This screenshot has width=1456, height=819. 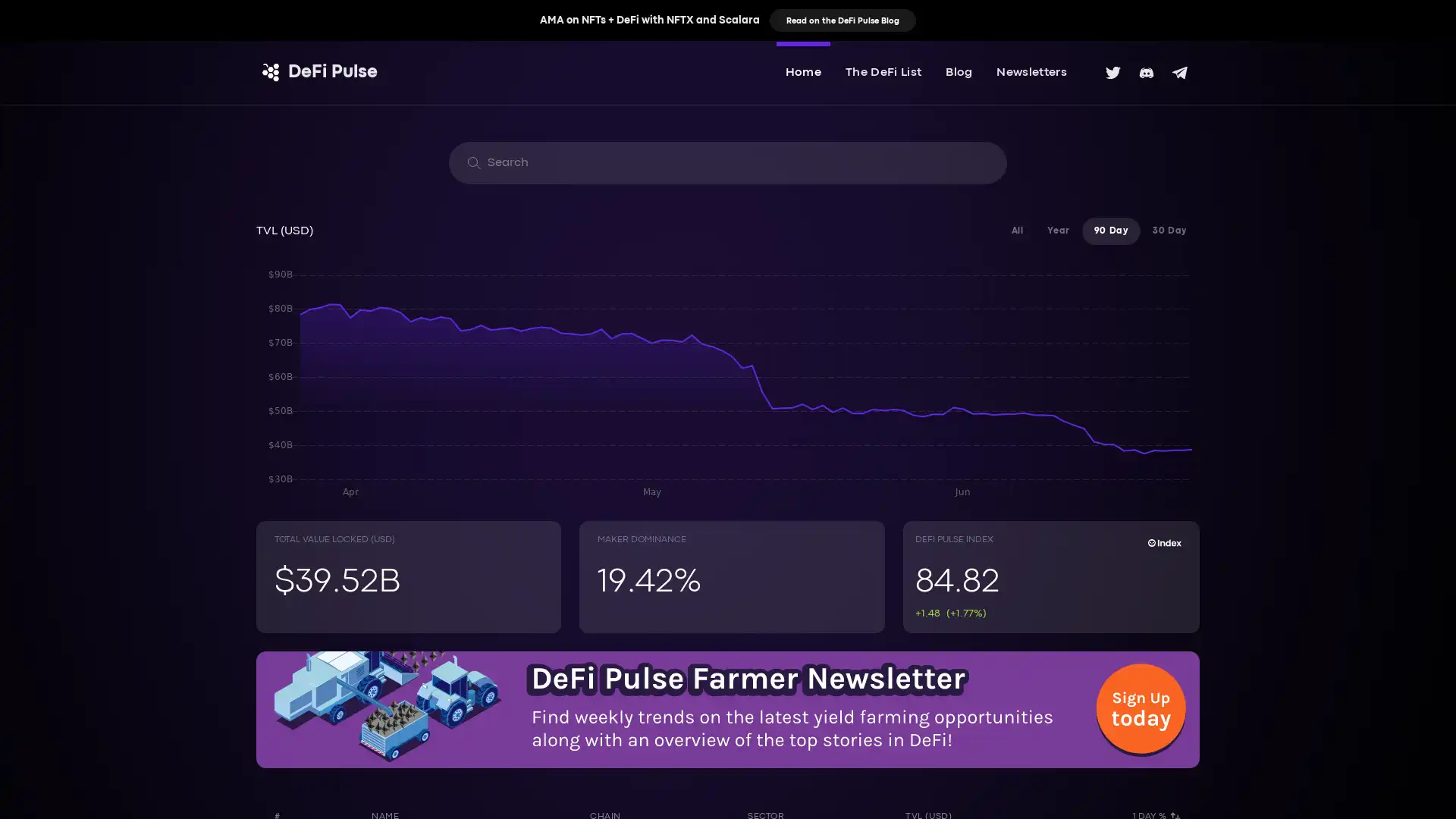 I want to click on 90 Day, so click(x=1110, y=231).